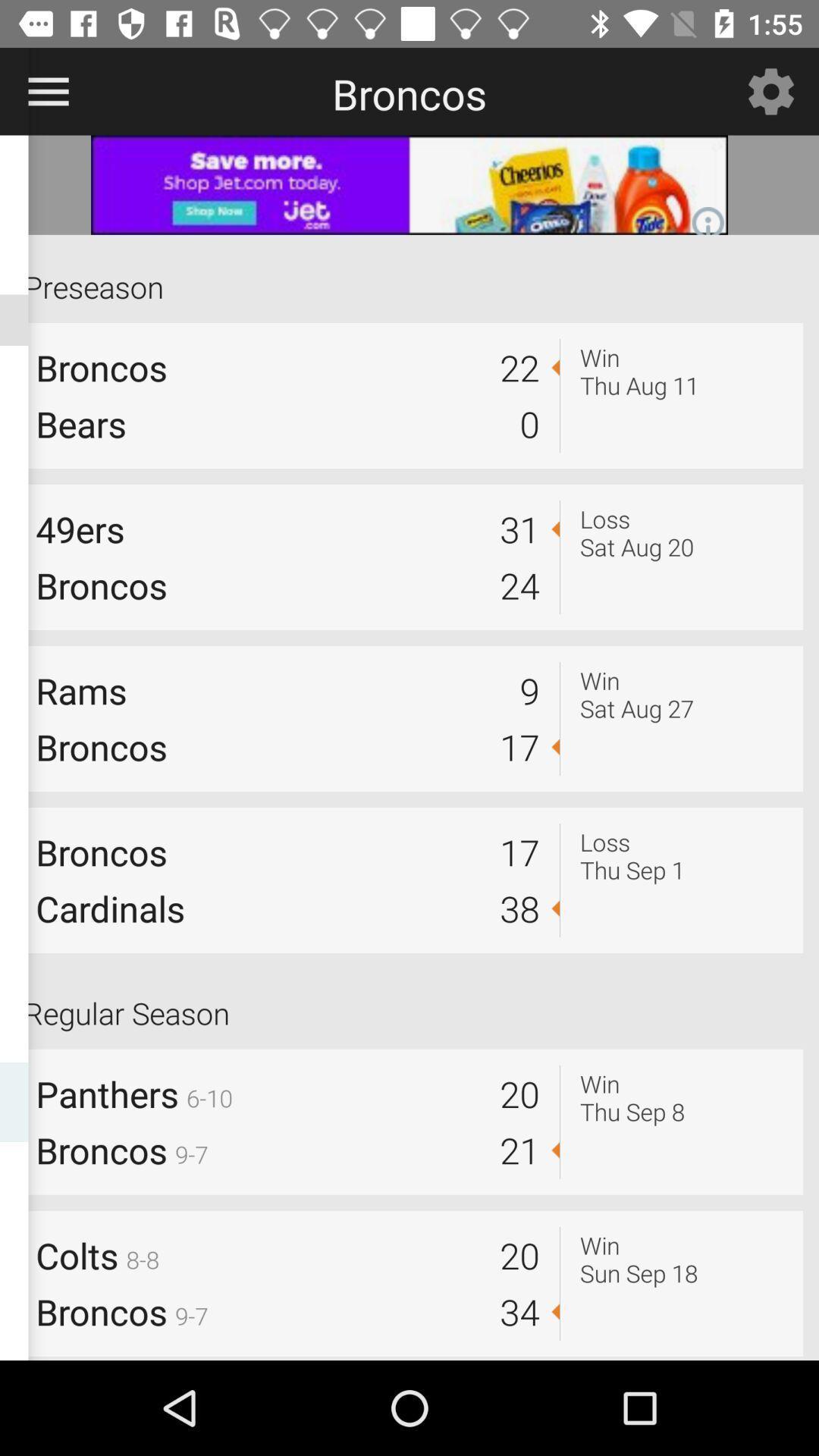 The height and width of the screenshot is (1456, 819). Describe the element at coordinates (409, 184) in the screenshot. I see `the advertisement` at that location.